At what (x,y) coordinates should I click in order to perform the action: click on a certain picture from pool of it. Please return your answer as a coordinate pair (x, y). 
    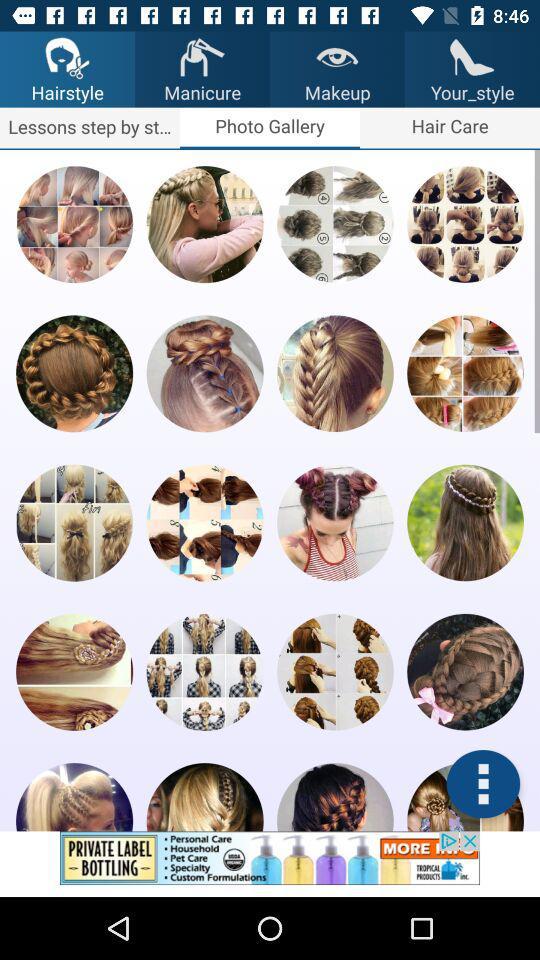
    Looking at the image, I should click on (73, 672).